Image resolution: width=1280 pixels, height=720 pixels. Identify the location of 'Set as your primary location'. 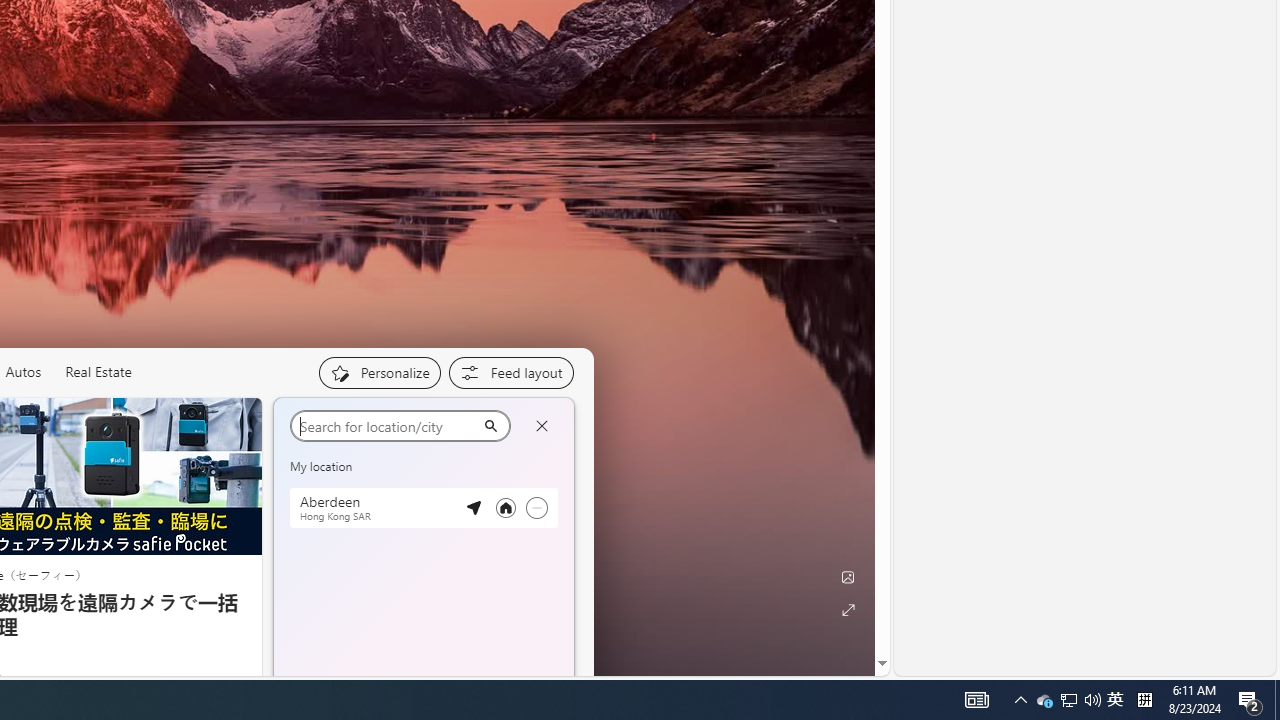
(505, 506).